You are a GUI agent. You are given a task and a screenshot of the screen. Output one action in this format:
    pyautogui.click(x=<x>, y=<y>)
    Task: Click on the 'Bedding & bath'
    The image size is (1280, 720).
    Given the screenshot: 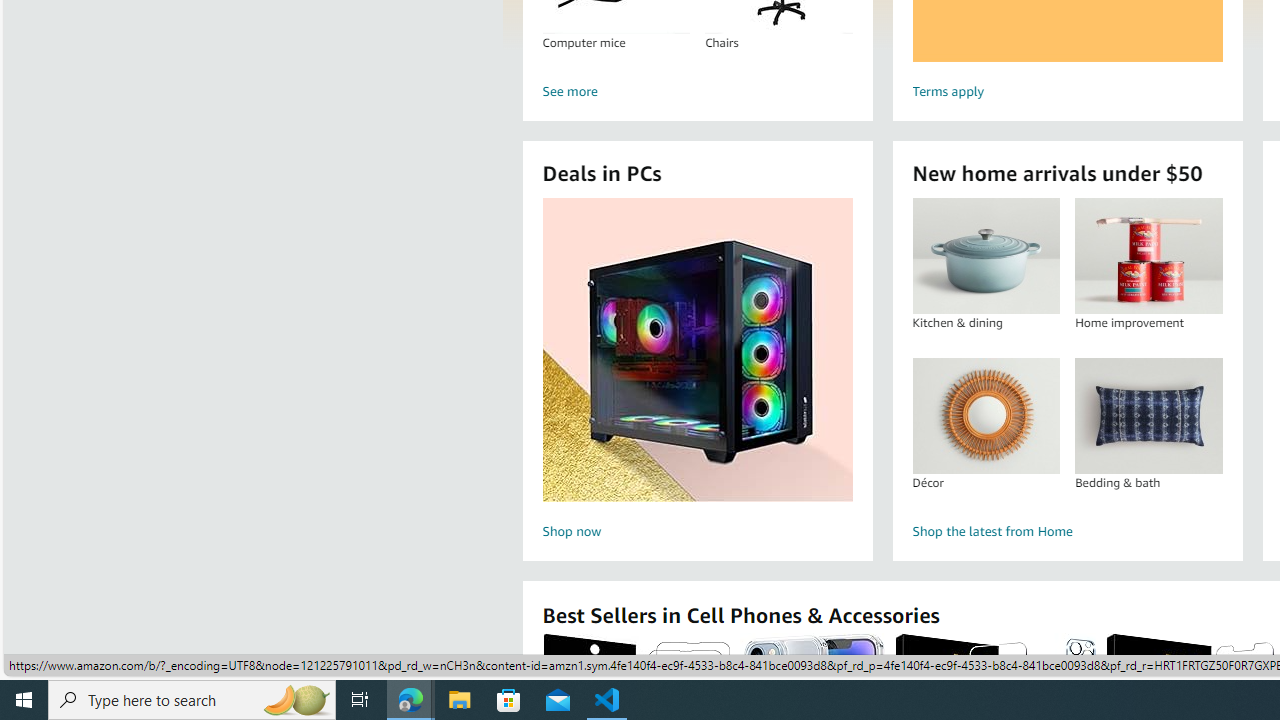 What is the action you would take?
    pyautogui.click(x=1148, y=414)
    